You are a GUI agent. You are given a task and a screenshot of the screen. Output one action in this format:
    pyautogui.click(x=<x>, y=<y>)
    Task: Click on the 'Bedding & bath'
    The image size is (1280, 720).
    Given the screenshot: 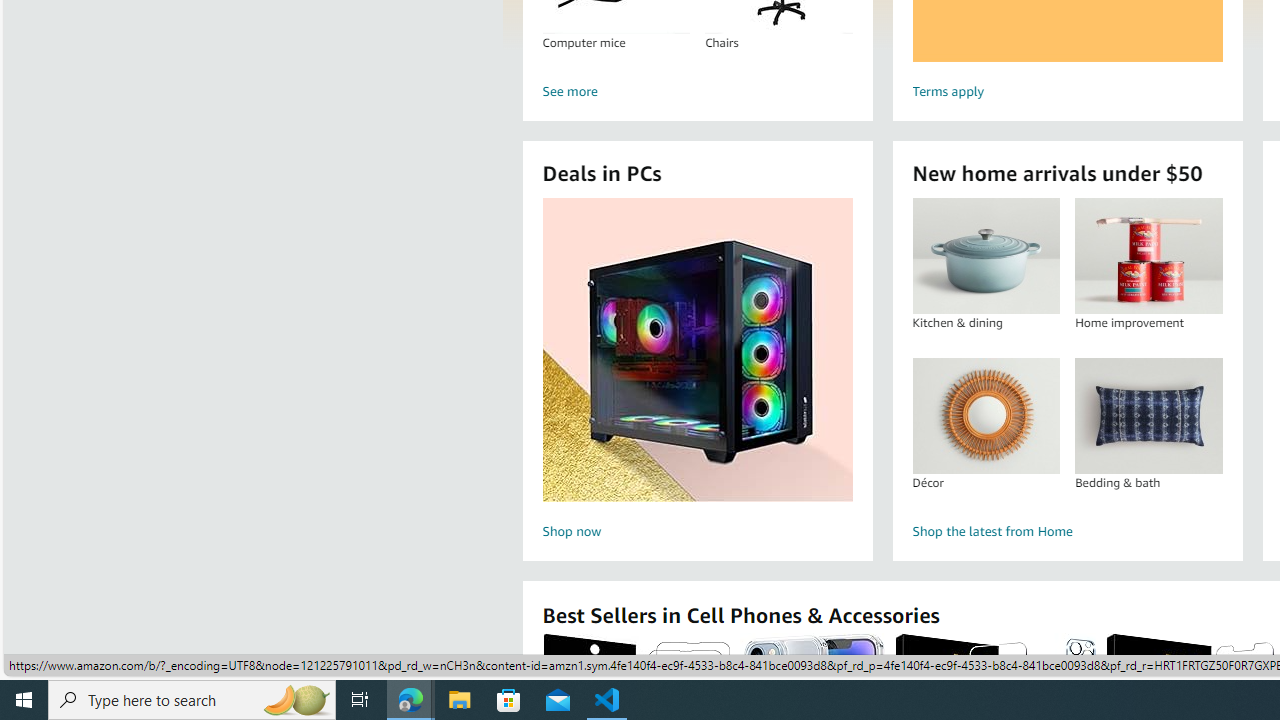 What is the action you would take?
    pyautogui.click(x=1148, y=414)
    